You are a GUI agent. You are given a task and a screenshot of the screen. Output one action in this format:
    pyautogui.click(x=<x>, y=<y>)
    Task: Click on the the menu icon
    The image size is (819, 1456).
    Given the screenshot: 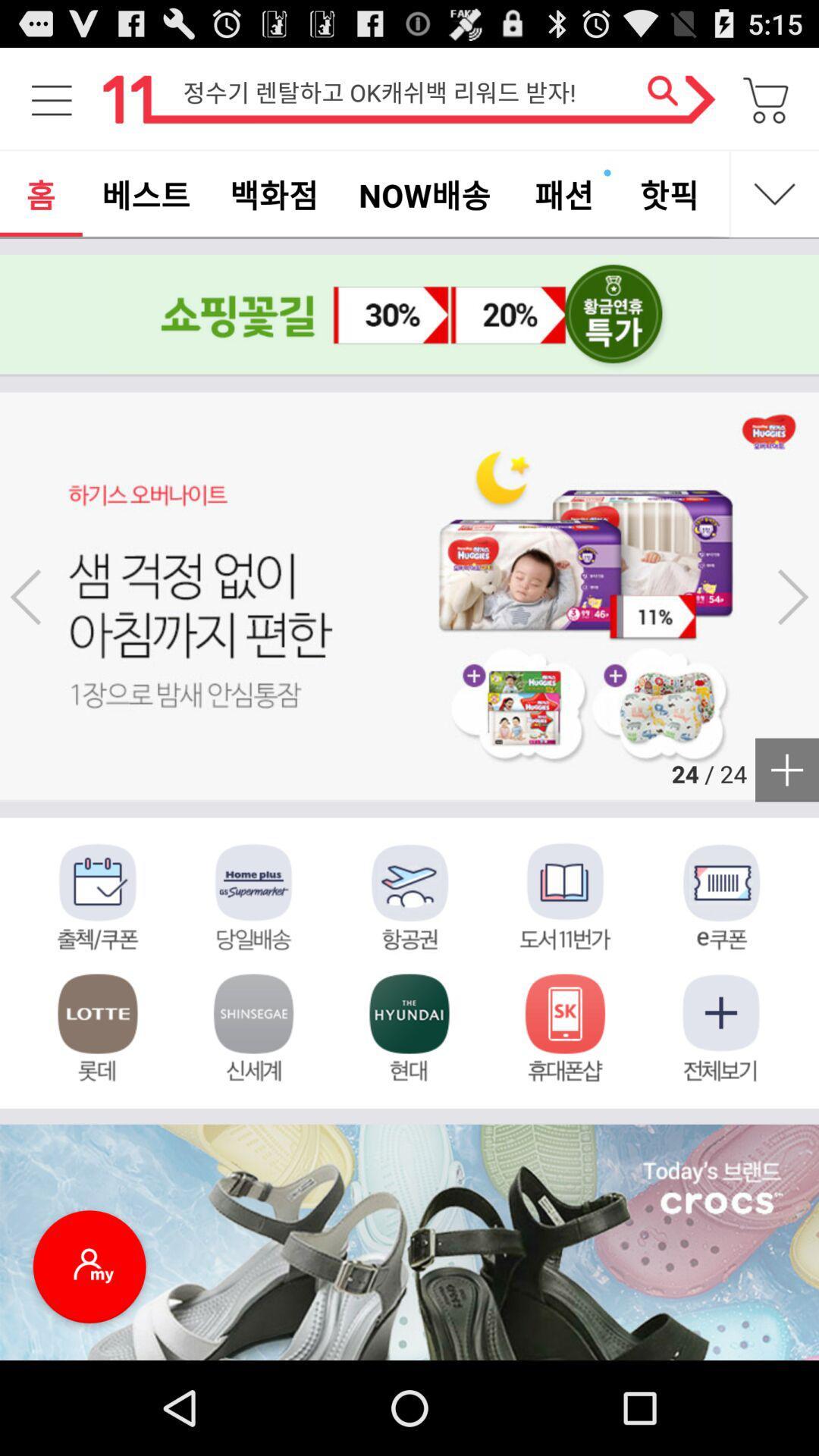 What is the action you would take?
    pyautogui.click(x=51, y=105)
    